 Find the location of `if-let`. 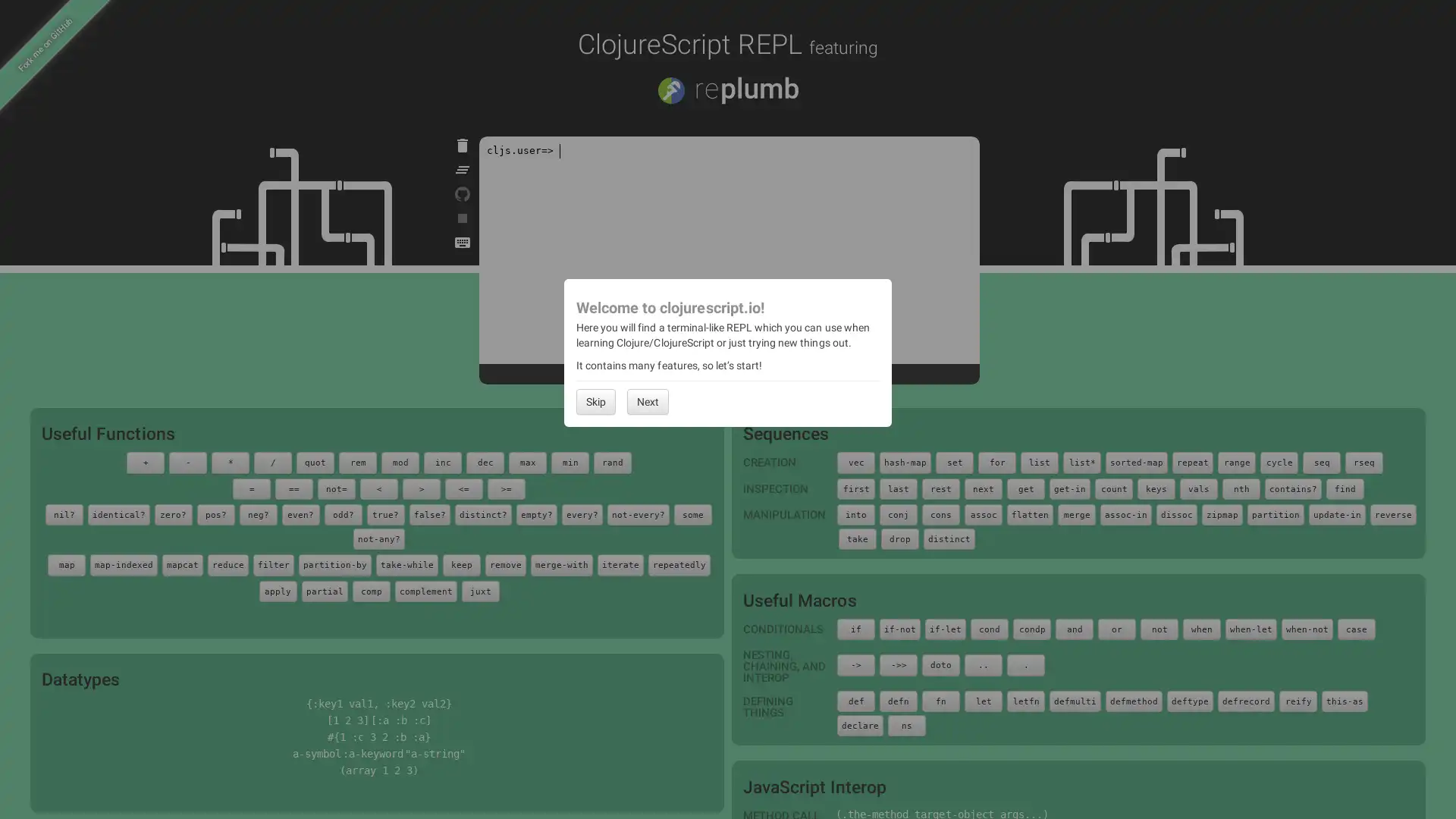

if-let is located at coordinates (945, 629).